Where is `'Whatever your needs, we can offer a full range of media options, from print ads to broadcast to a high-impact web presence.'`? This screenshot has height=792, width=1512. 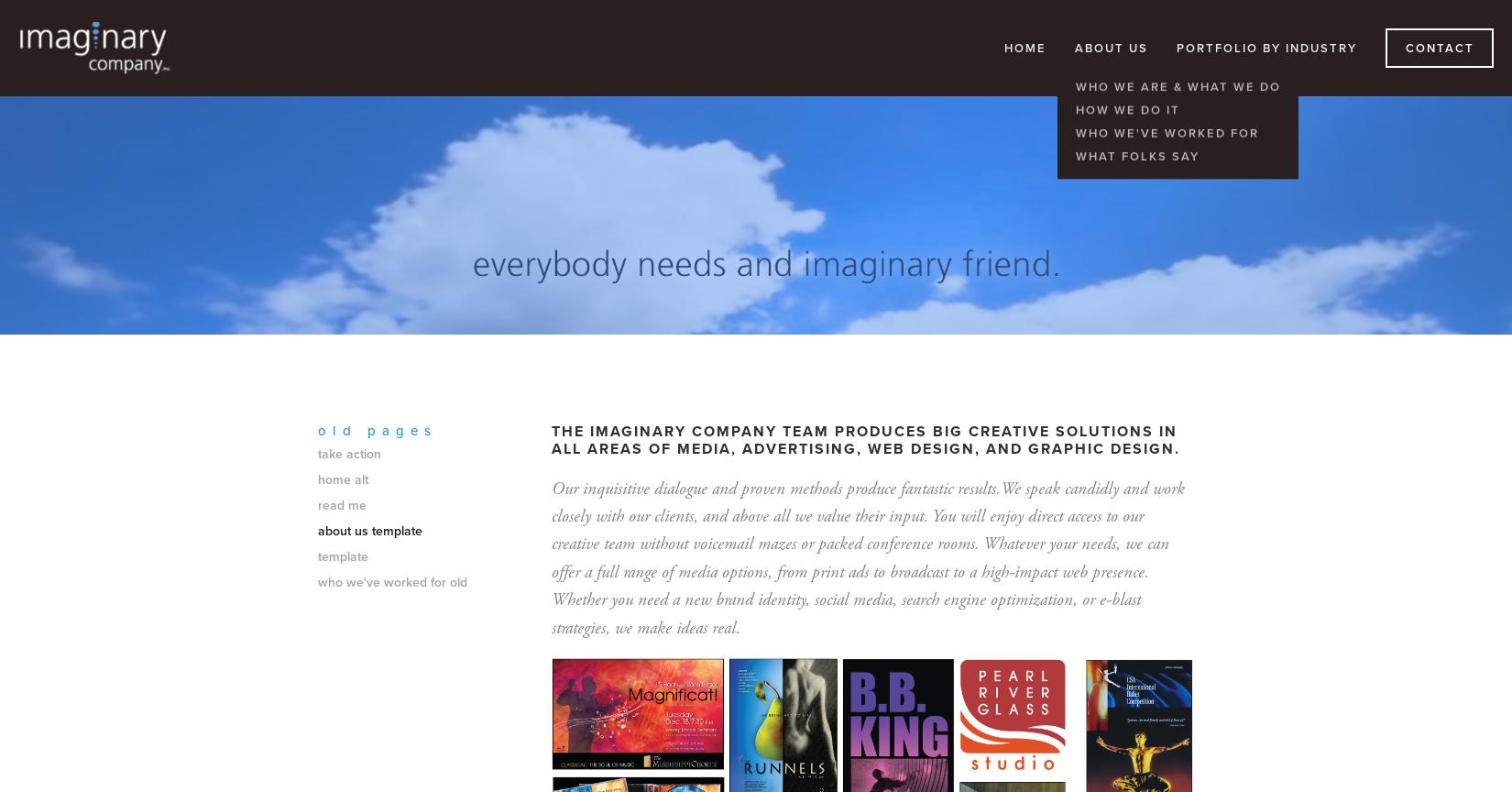 'Whatever your needs, we can offer a full range of media options, from print ads to broadcast to a high-impact web presence.' is located at coordinates (860, 557).